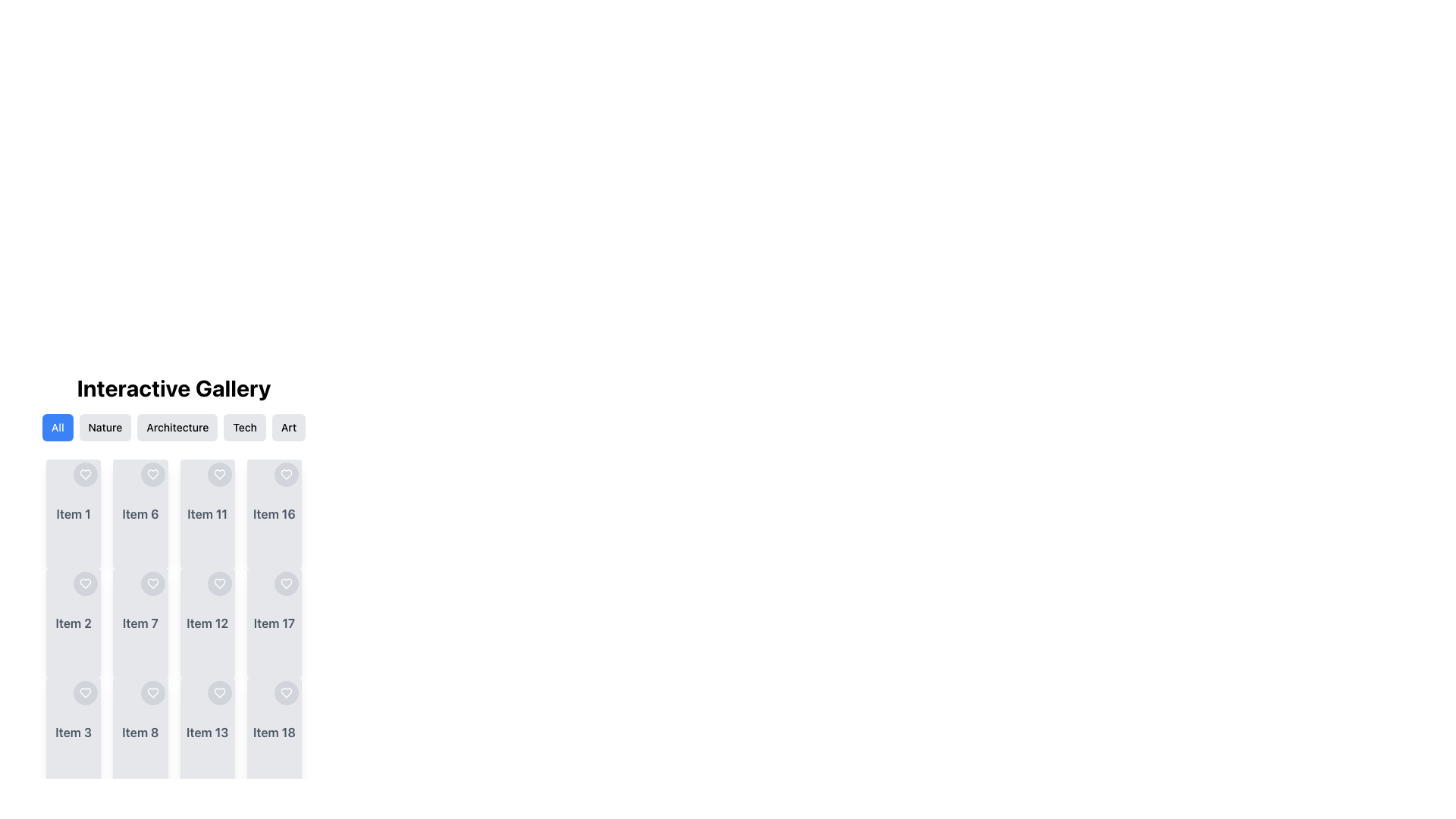  Describe the element at coordinates (152, 583) in the screenshot. I see `the heart icon button located in 'Item 7' of the favorites grid` at that location.